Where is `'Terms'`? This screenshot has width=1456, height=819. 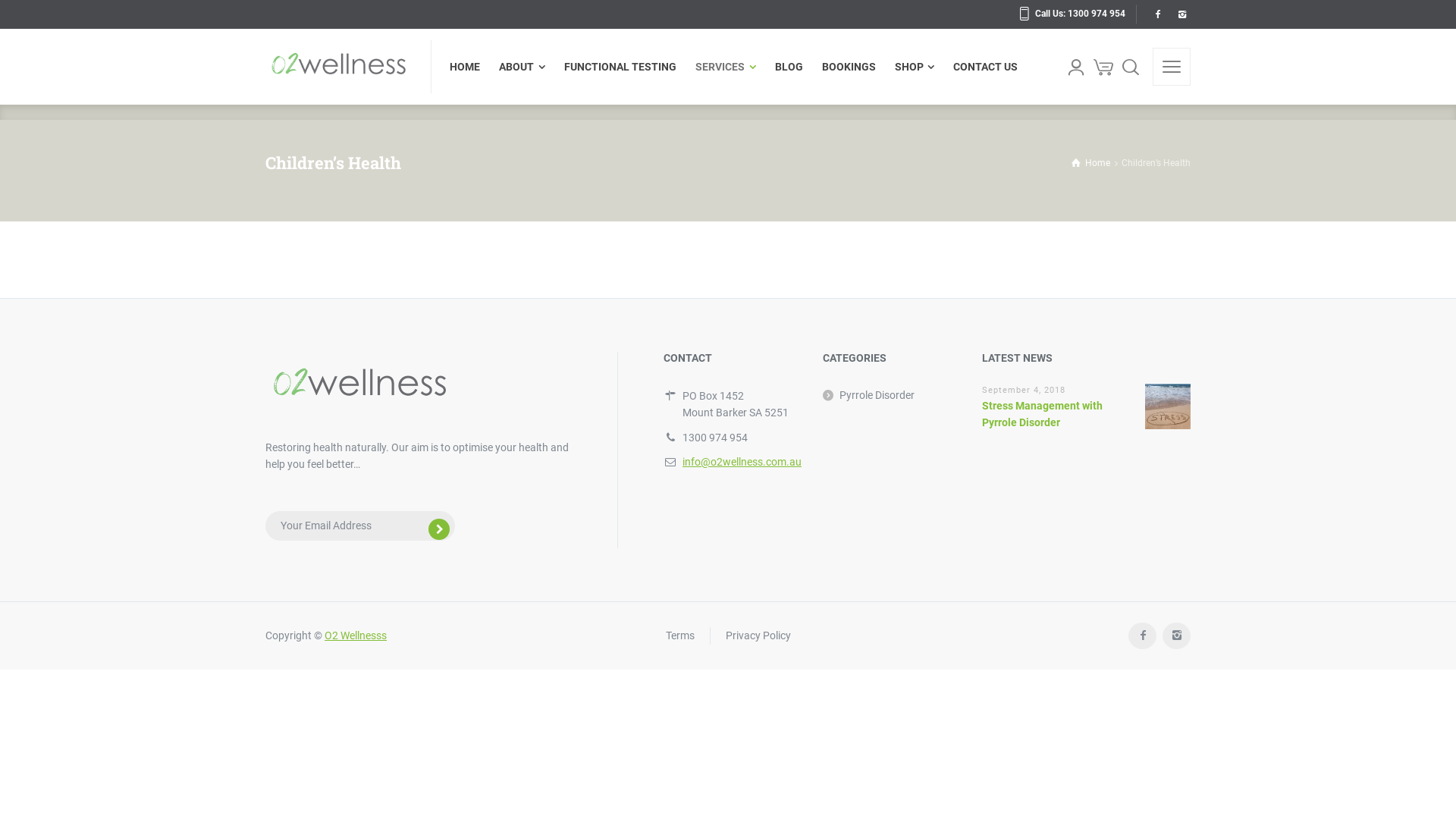
'Terms' is located at coordinates (679, 635).